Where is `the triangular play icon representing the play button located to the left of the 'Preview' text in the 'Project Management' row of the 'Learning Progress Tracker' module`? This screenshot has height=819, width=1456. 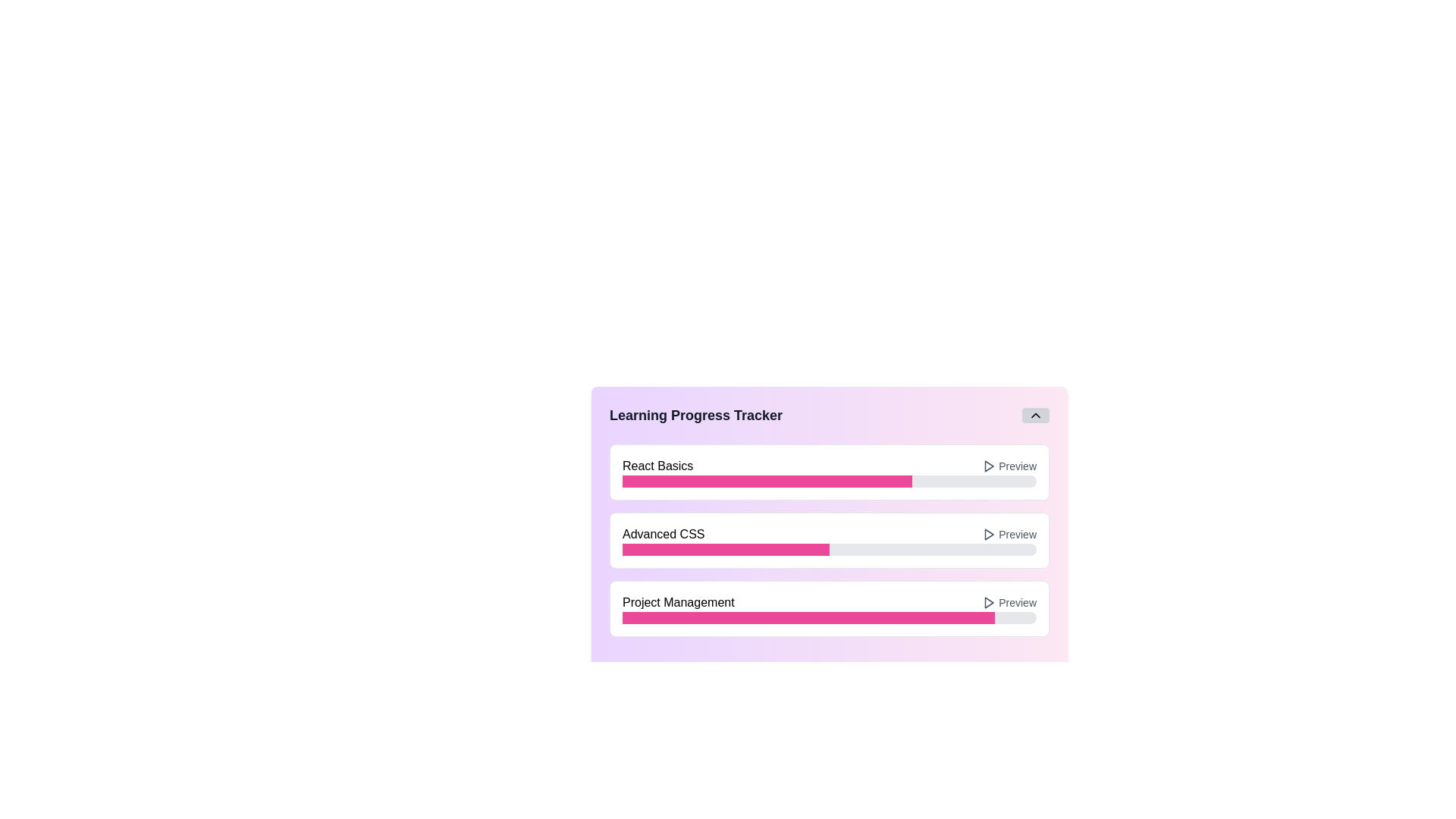
the triangular play icon representing the play button located to the left of the 'Preview' text in the 'Project Management' row of the 'Learning Progress Tracker' module is located at coordinates (989, 601).